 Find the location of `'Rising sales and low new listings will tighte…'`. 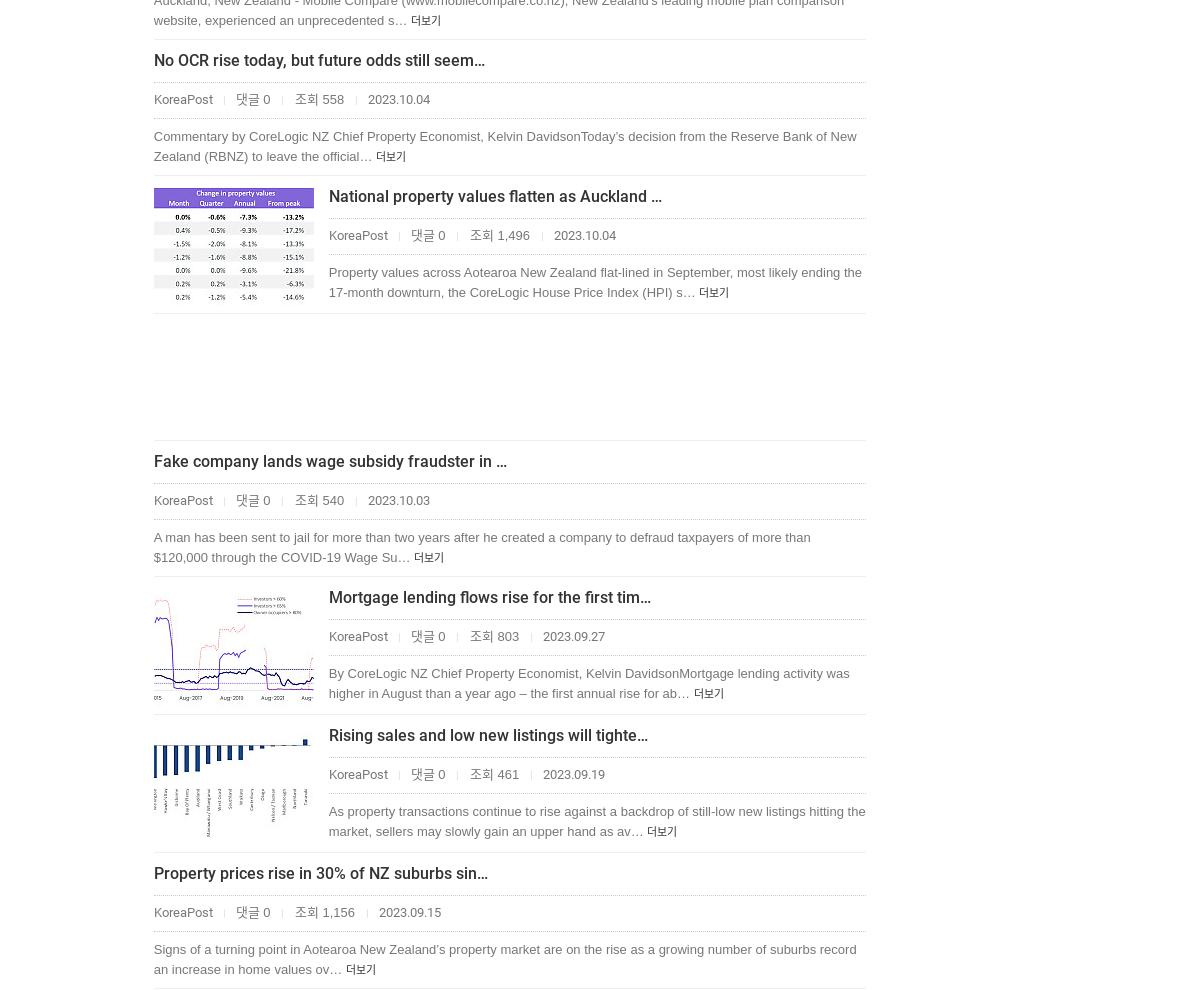

'Rising sales and low new listings will tighte…' is located at coordinates (486, 734).